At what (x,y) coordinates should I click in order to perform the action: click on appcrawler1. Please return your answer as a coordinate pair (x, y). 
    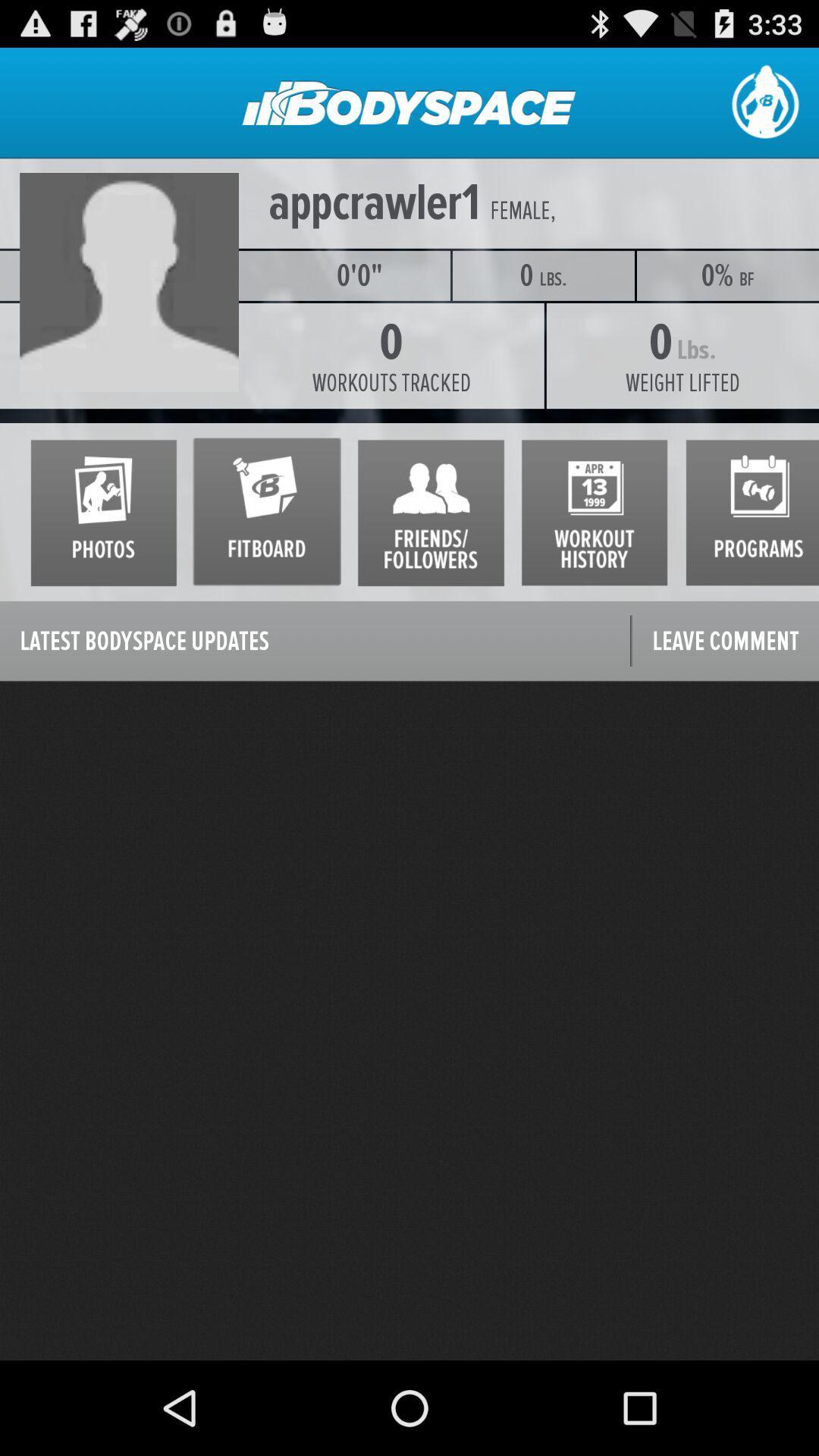
    Looking at the image, I should click on (374, 202).